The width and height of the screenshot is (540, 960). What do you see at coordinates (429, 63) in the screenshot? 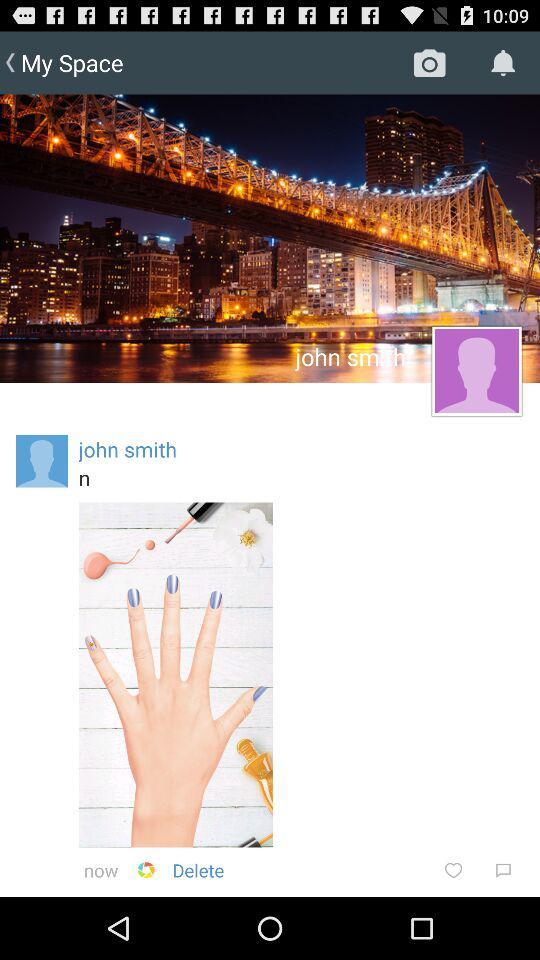
I see `the camera icon on the page` at bounding box center [429, 63].